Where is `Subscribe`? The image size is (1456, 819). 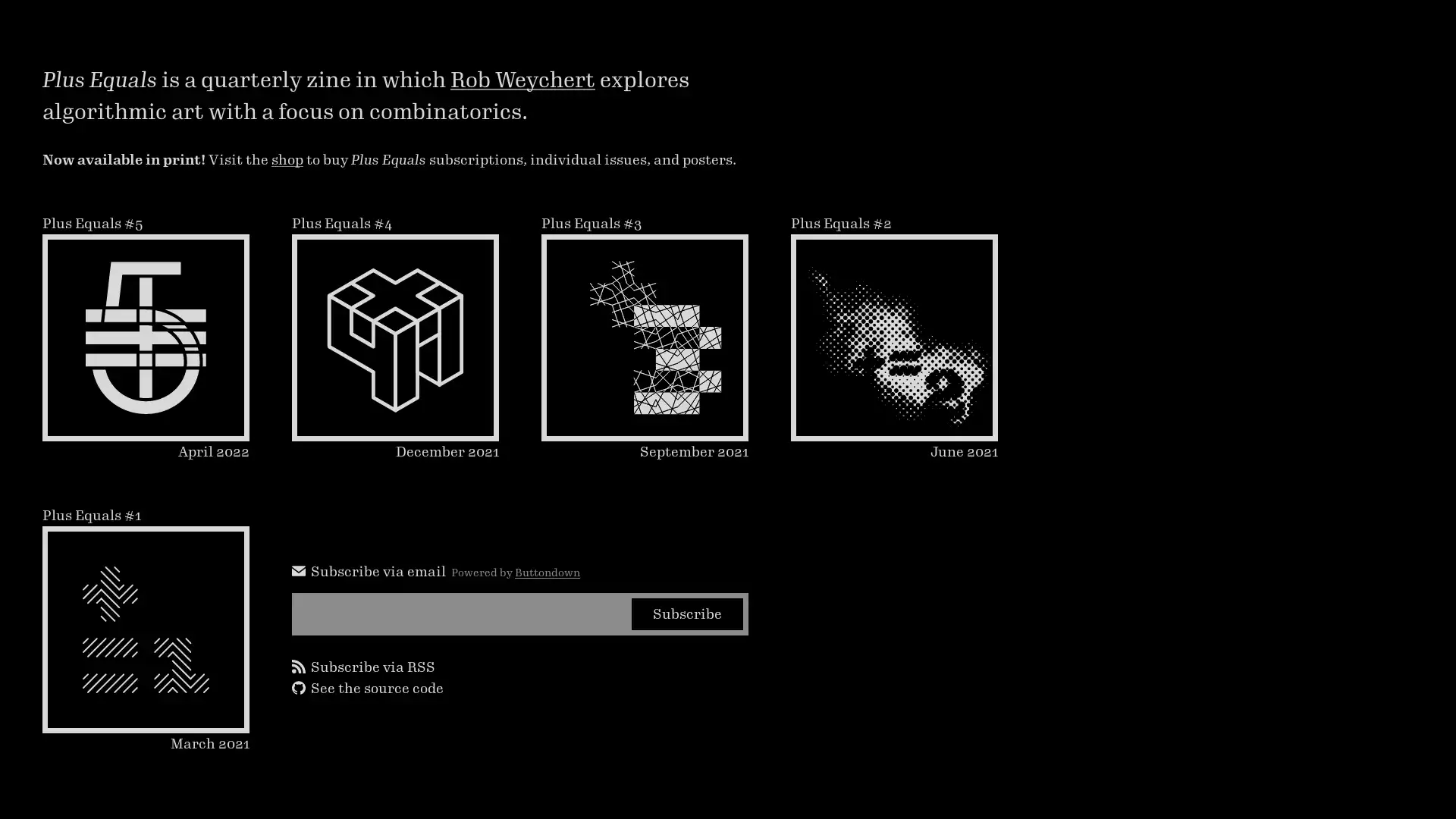 Subscribe is located at coordinates (686, 613).